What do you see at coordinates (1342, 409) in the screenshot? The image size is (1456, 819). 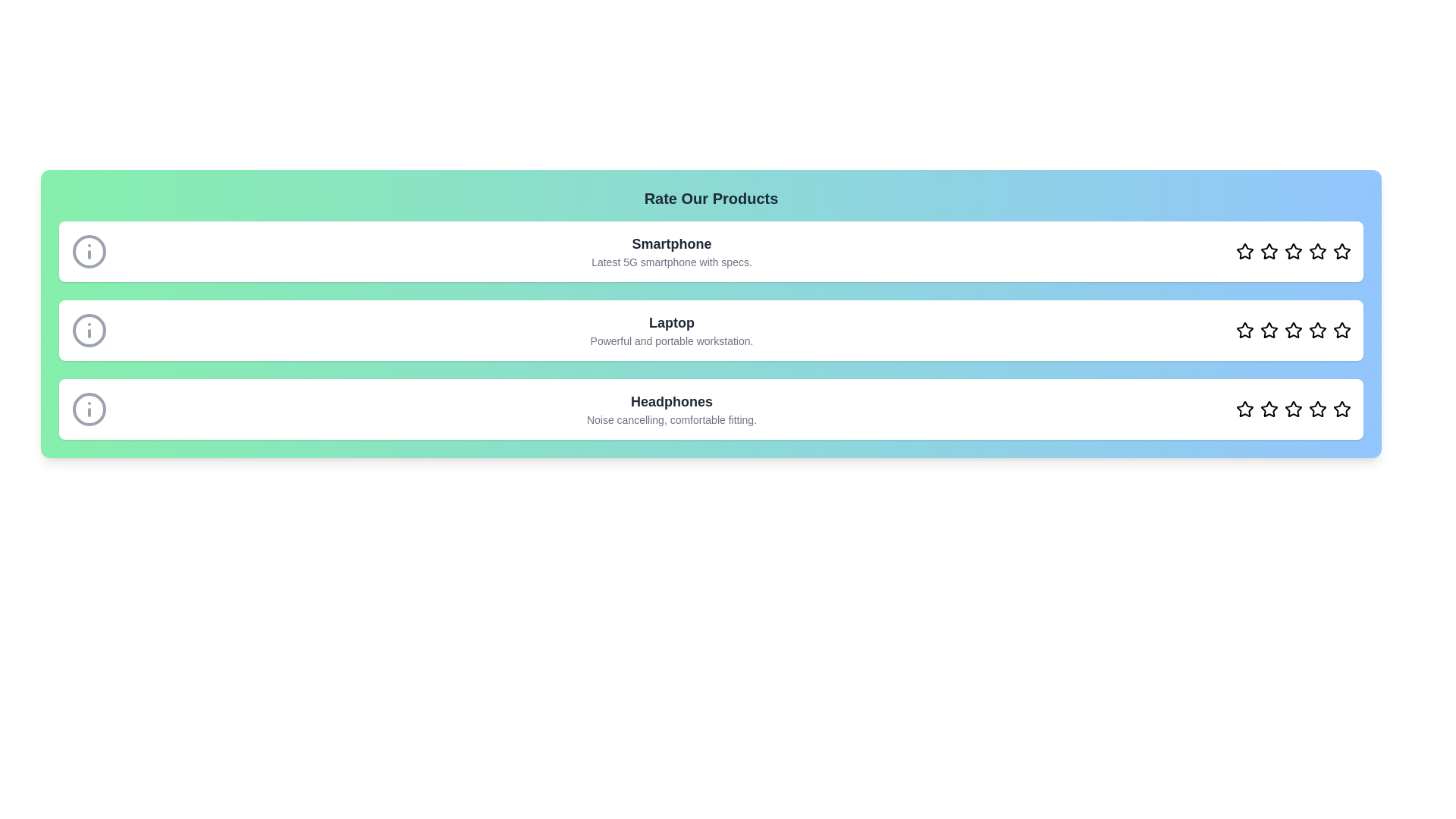 I see `the fifth star in the rating sequence for 'Headphones'` at bounding box center [1342, 409].